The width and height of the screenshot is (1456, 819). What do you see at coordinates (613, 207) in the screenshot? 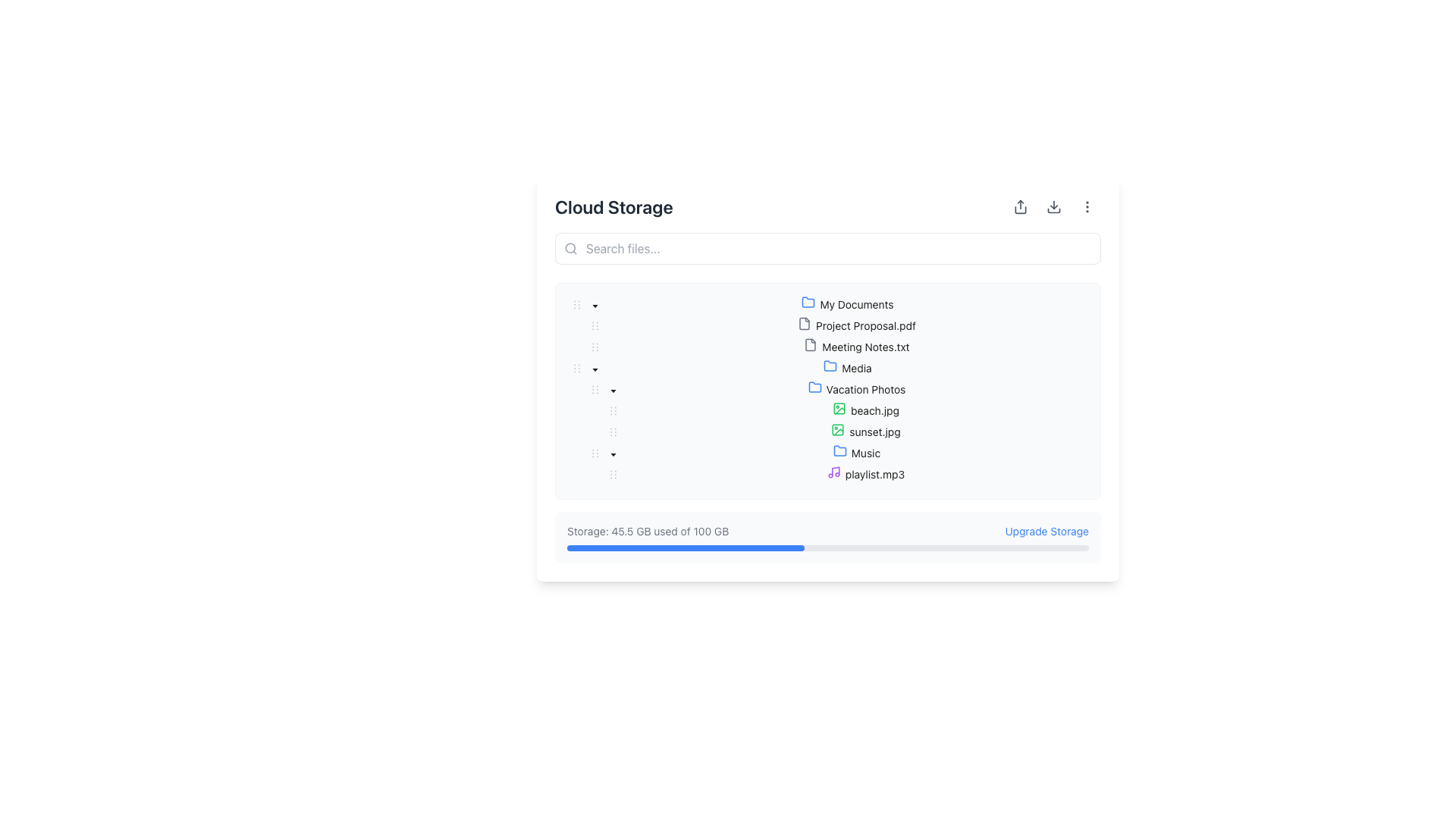
I see `the 'Cloud Storage' text label, which is prominently displayed at the top left of the interface in a bold, dark gray font` at bounding box center [613, 207].